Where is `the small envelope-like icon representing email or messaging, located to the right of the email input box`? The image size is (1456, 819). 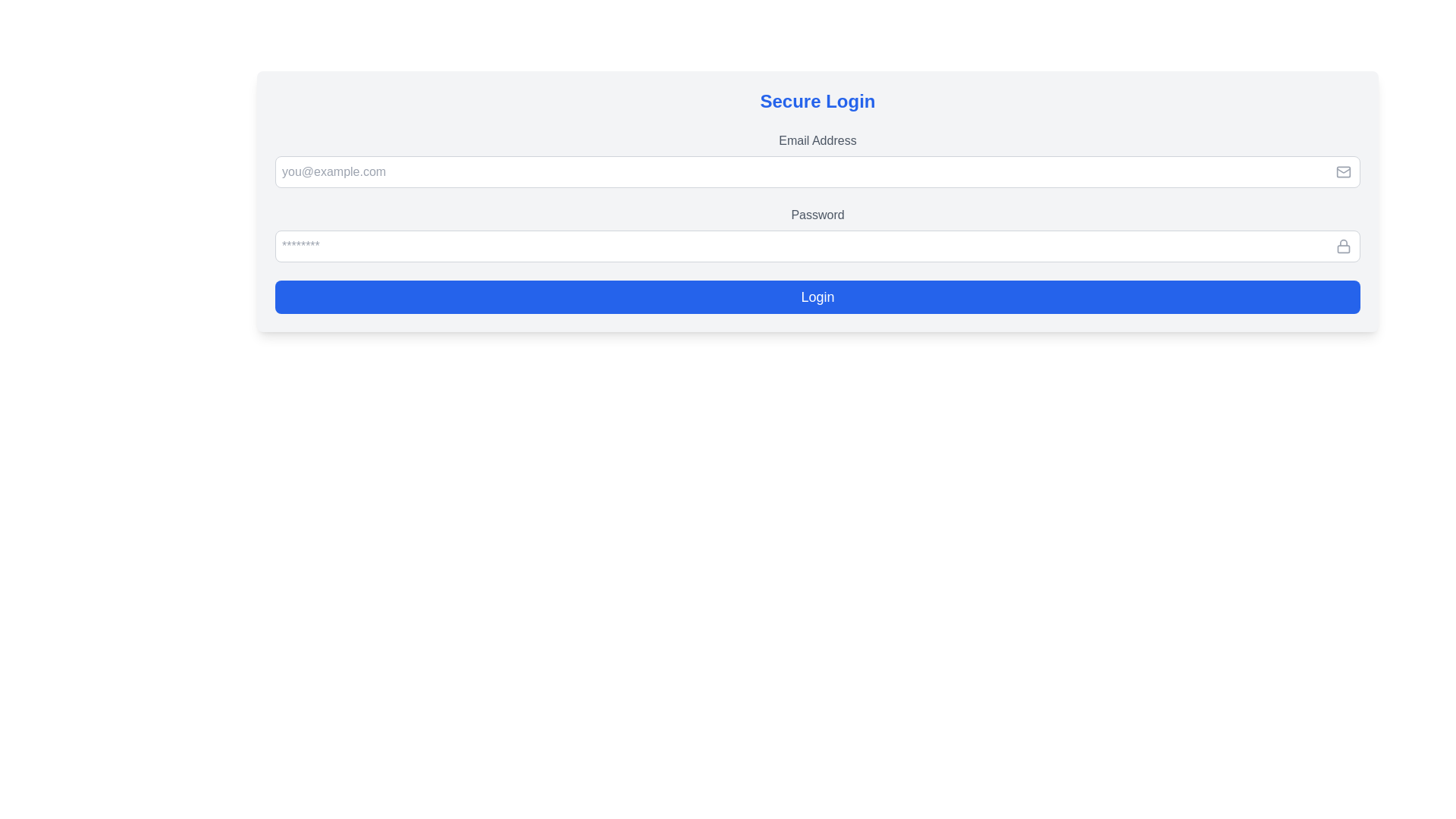 the small envelope-like icon representing email or messaging, located to the right of the email input box is located at coordinates (1343, 171).